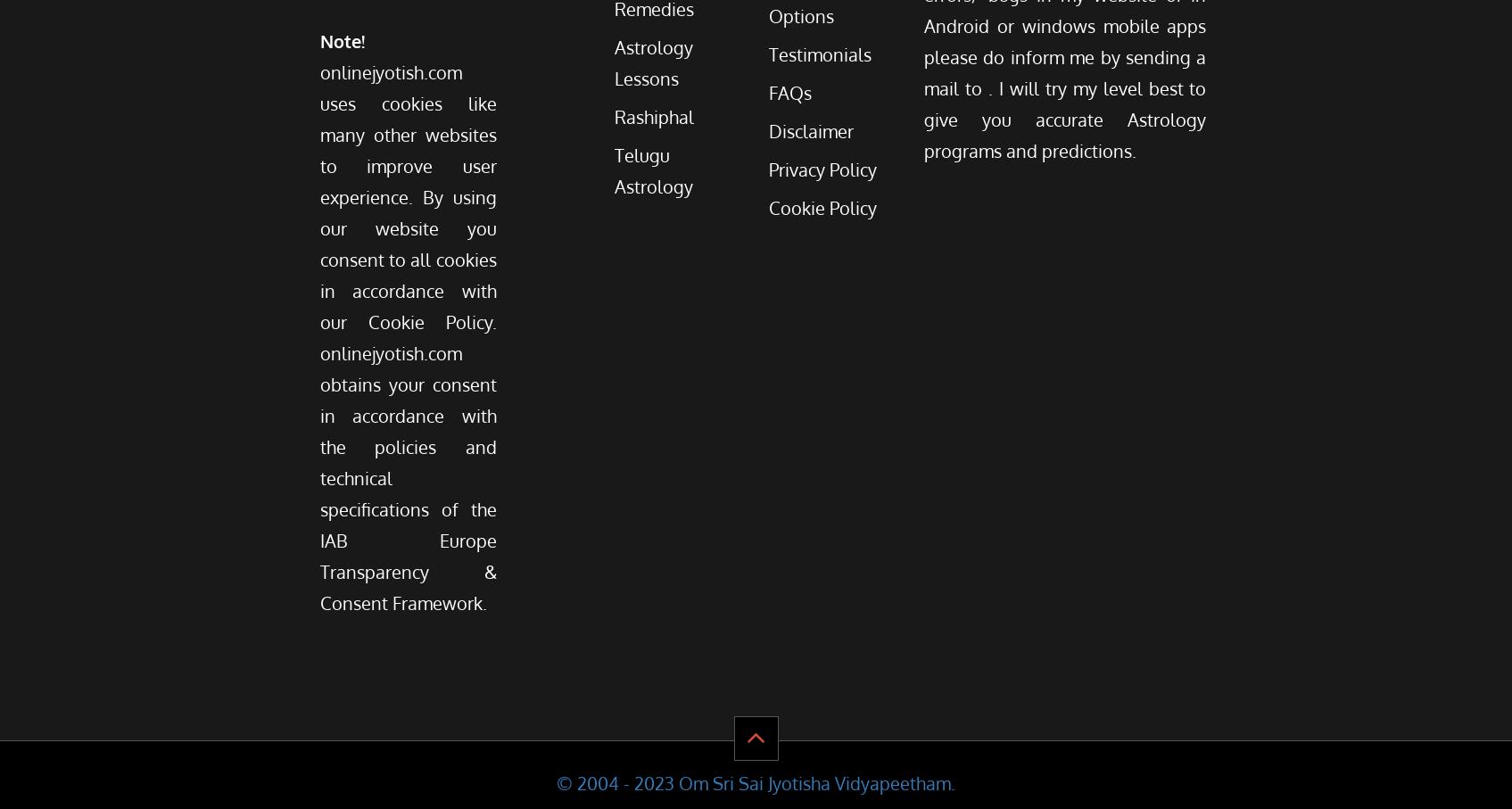 The image size is (1512, 809). What do you see at coordinates (810, 131) in the screenshot?
I see `'Disclaimer'` at bounding box center [810, 131].